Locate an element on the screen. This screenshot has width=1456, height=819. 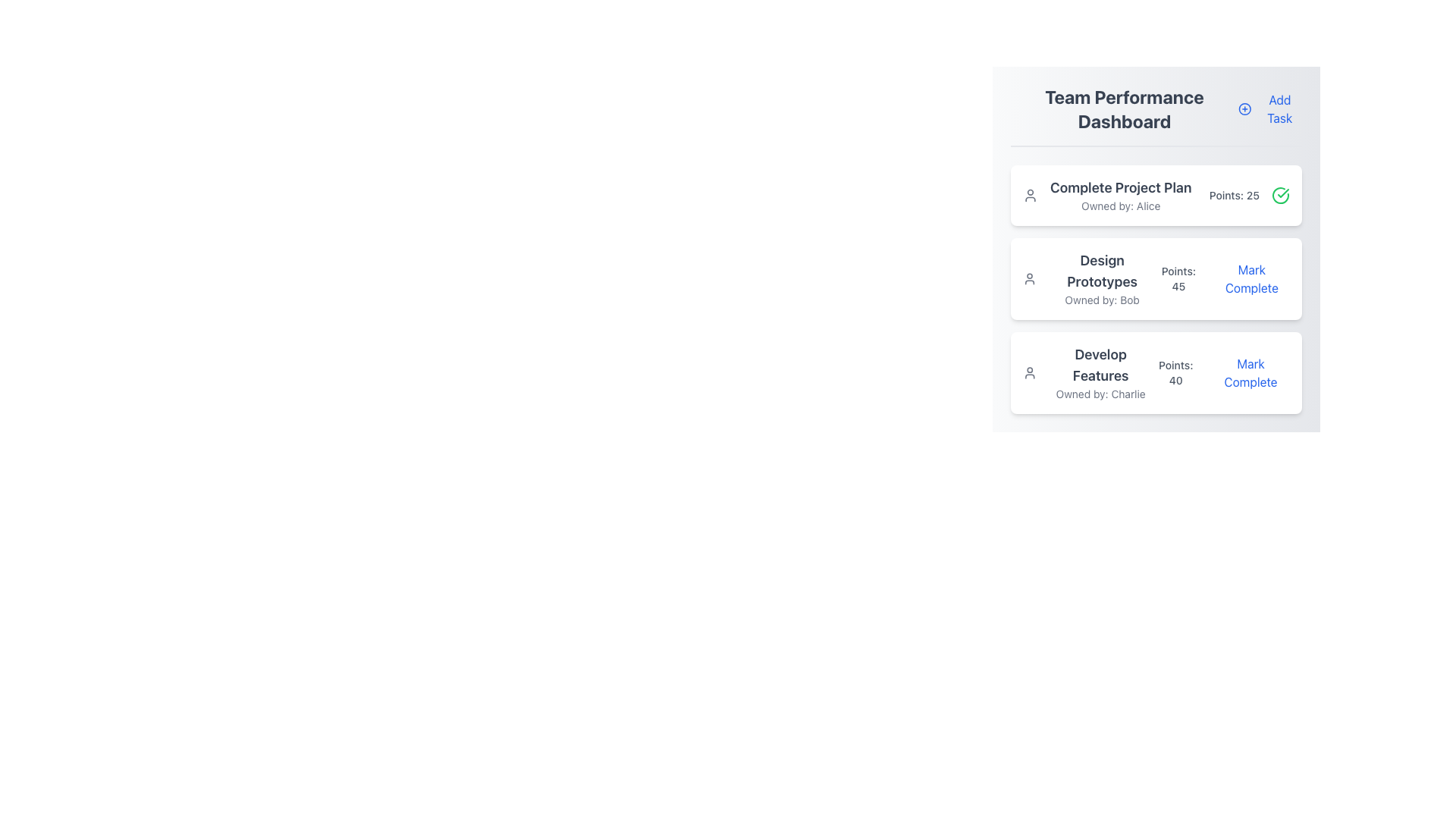
the checkmark icon that indicates a completed task, located to the right of the text 'Points: 25' within the 'Complete Project Plan' card is located at coordinates (1282, 192).